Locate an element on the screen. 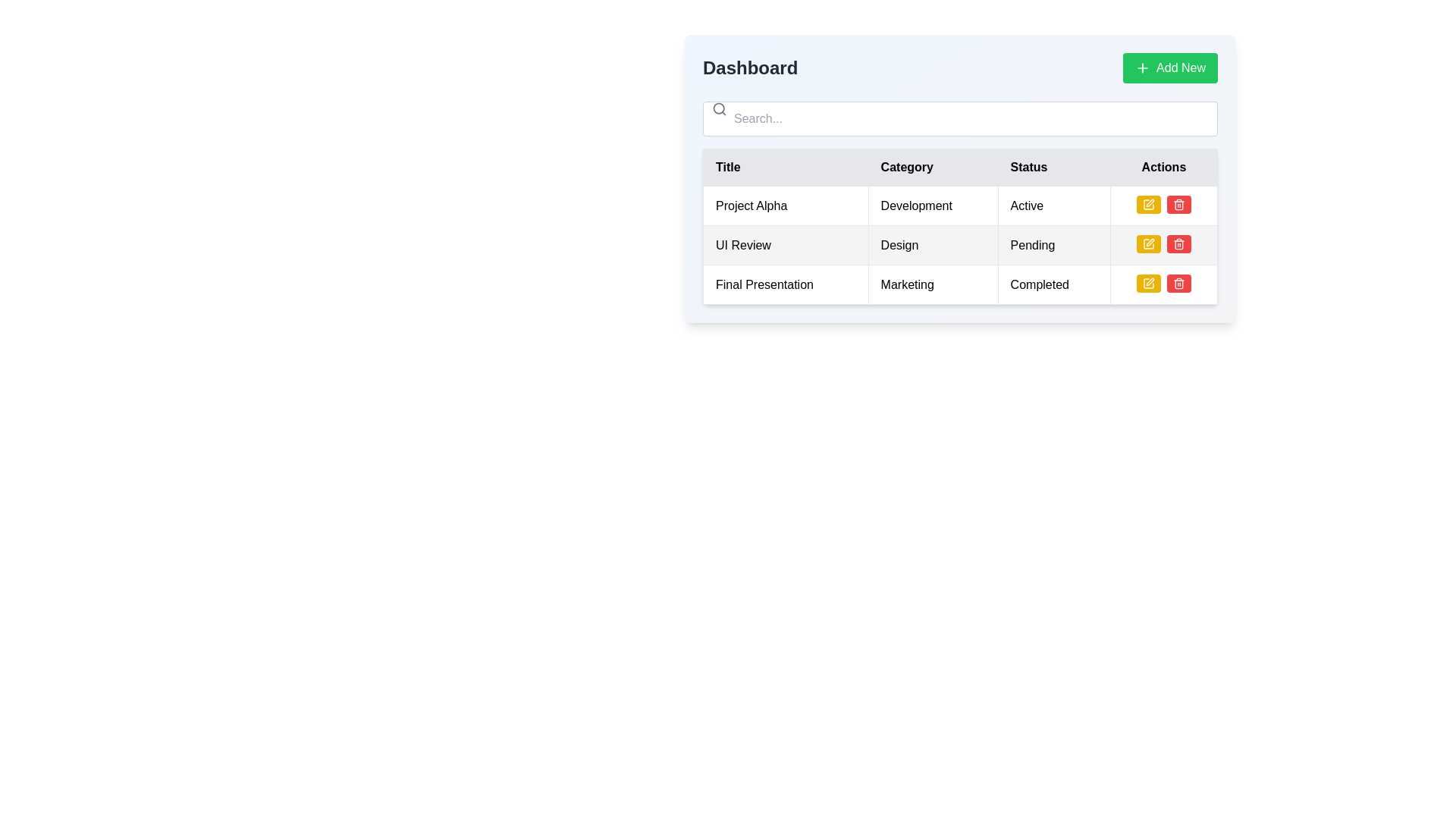  the rectangular red button with rounded corners and a white trash icon, located in the last row of the 'Actions' column is located at coordinates (1178, 284).